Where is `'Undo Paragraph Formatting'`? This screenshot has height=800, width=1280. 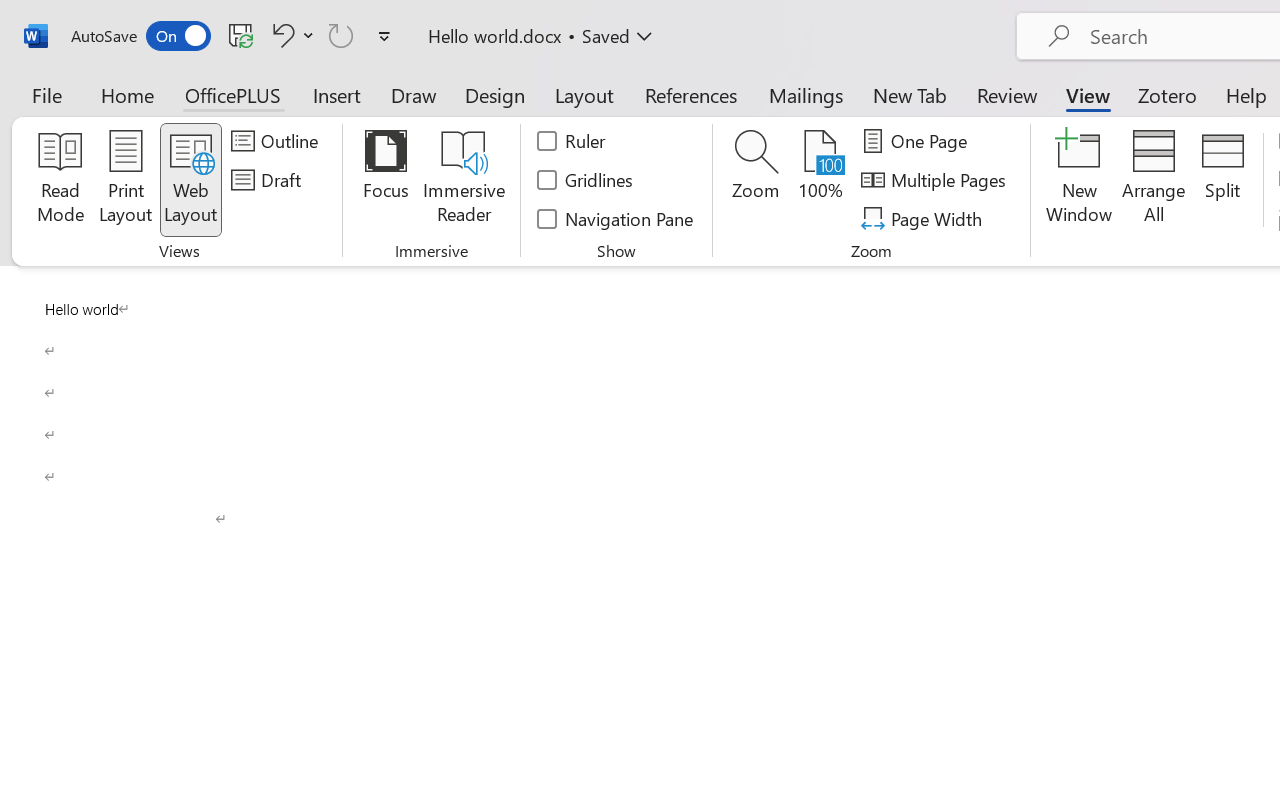
'Undo Paragraph Formatting' is located at coordinates (279, 34).